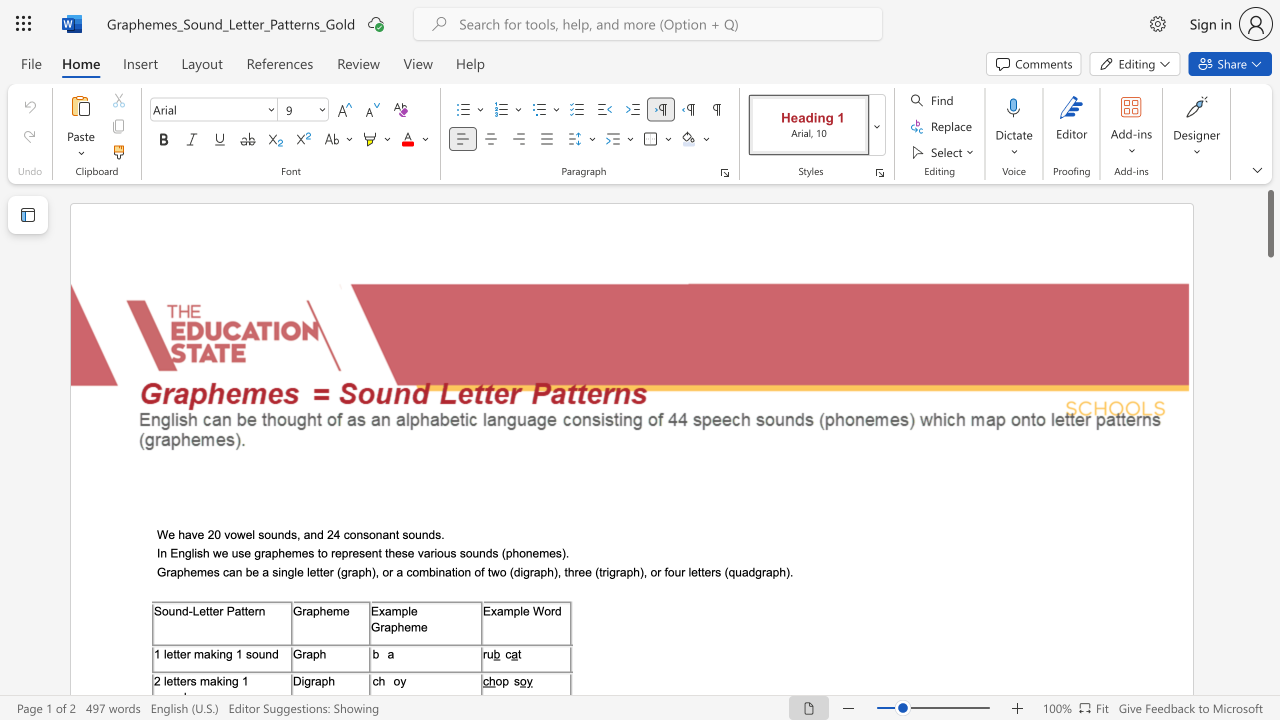 This screenshot has width=1280, height=720. I want to click on the scrollbar to slide the page down, so click(1269, 560).